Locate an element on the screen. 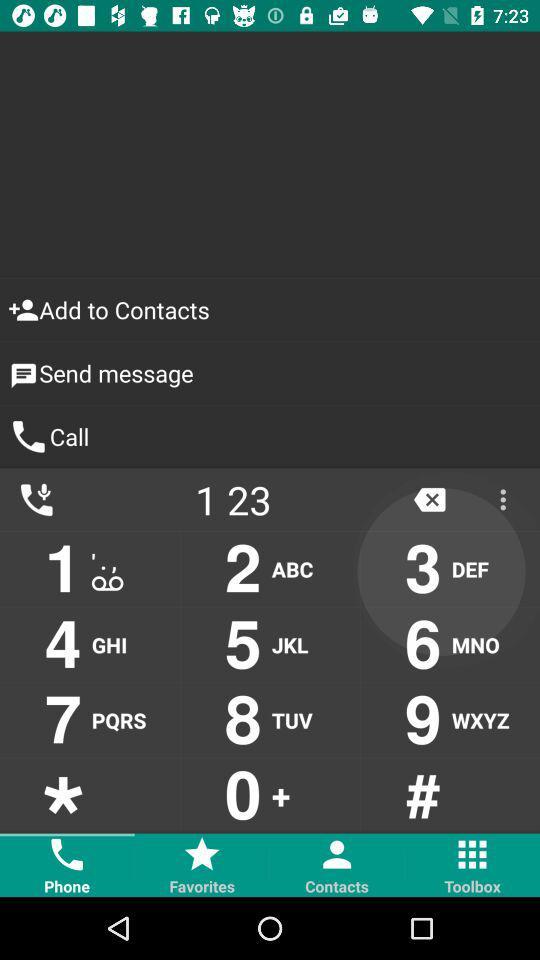 The image size is (540, 960). the close icon is located at coordinates (428, 498).